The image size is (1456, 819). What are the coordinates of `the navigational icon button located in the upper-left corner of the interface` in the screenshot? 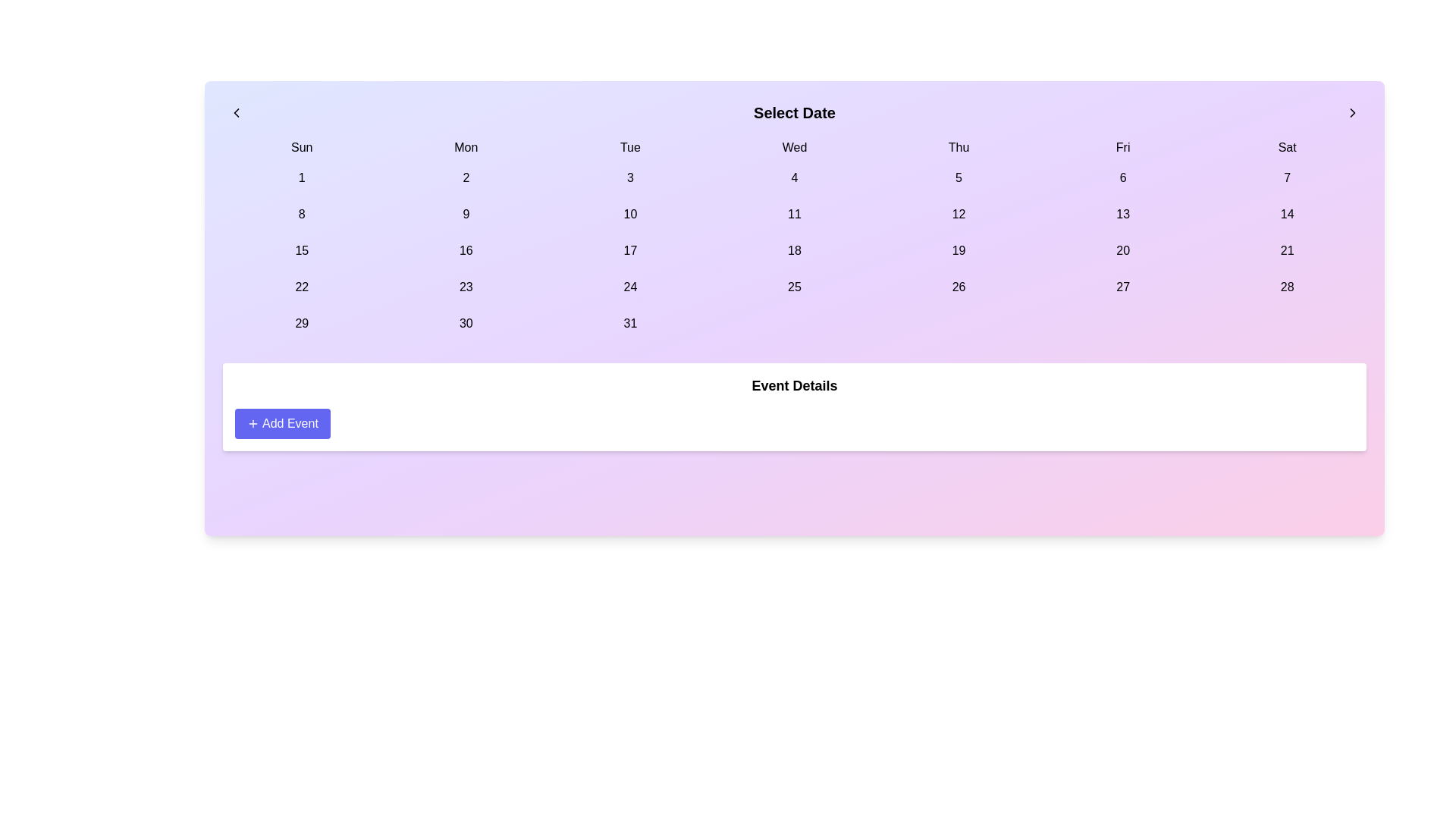 It's located at (236, 112).